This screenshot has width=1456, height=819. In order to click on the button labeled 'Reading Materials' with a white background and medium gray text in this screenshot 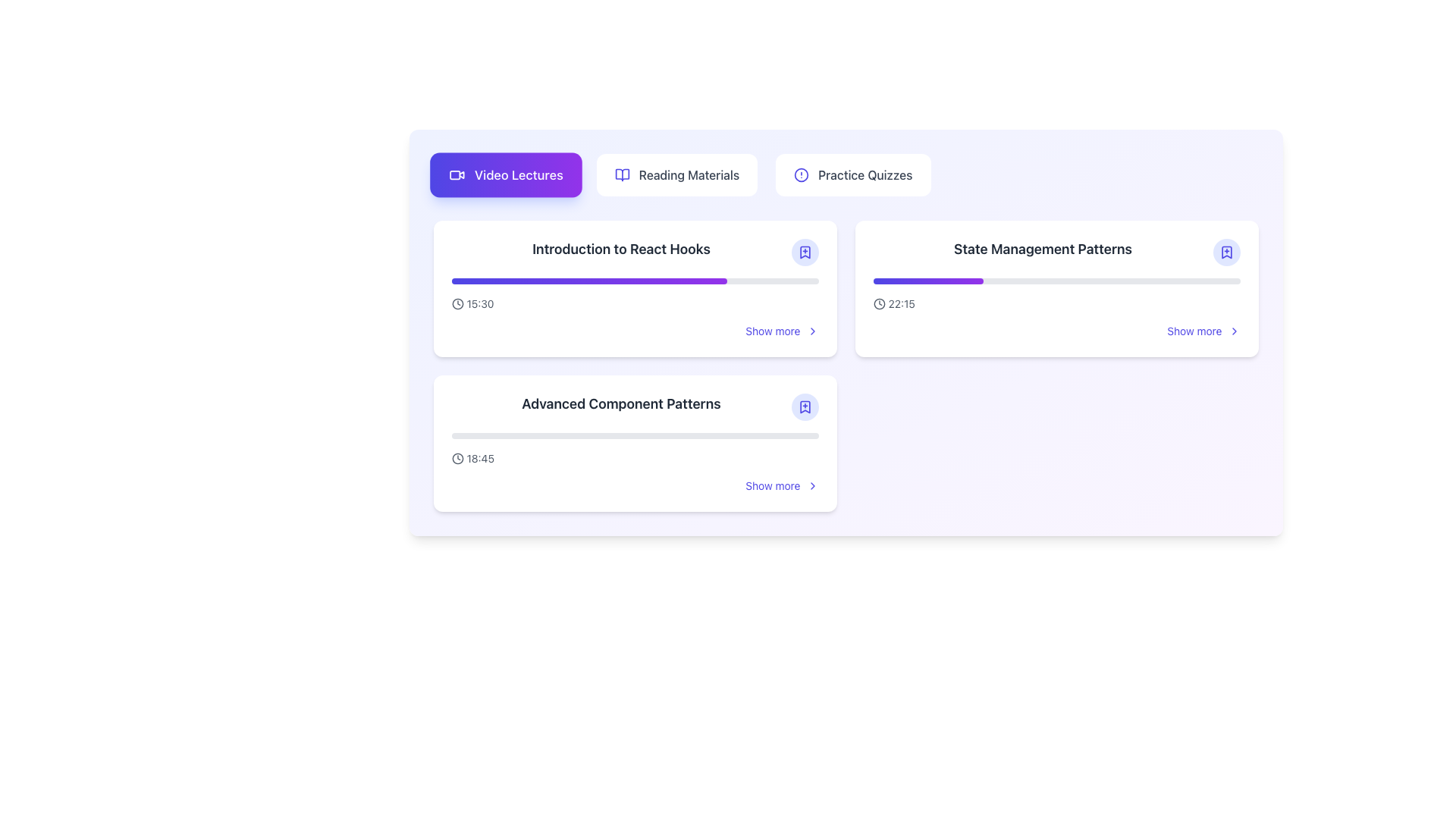, I will do `click(676, 174)`.